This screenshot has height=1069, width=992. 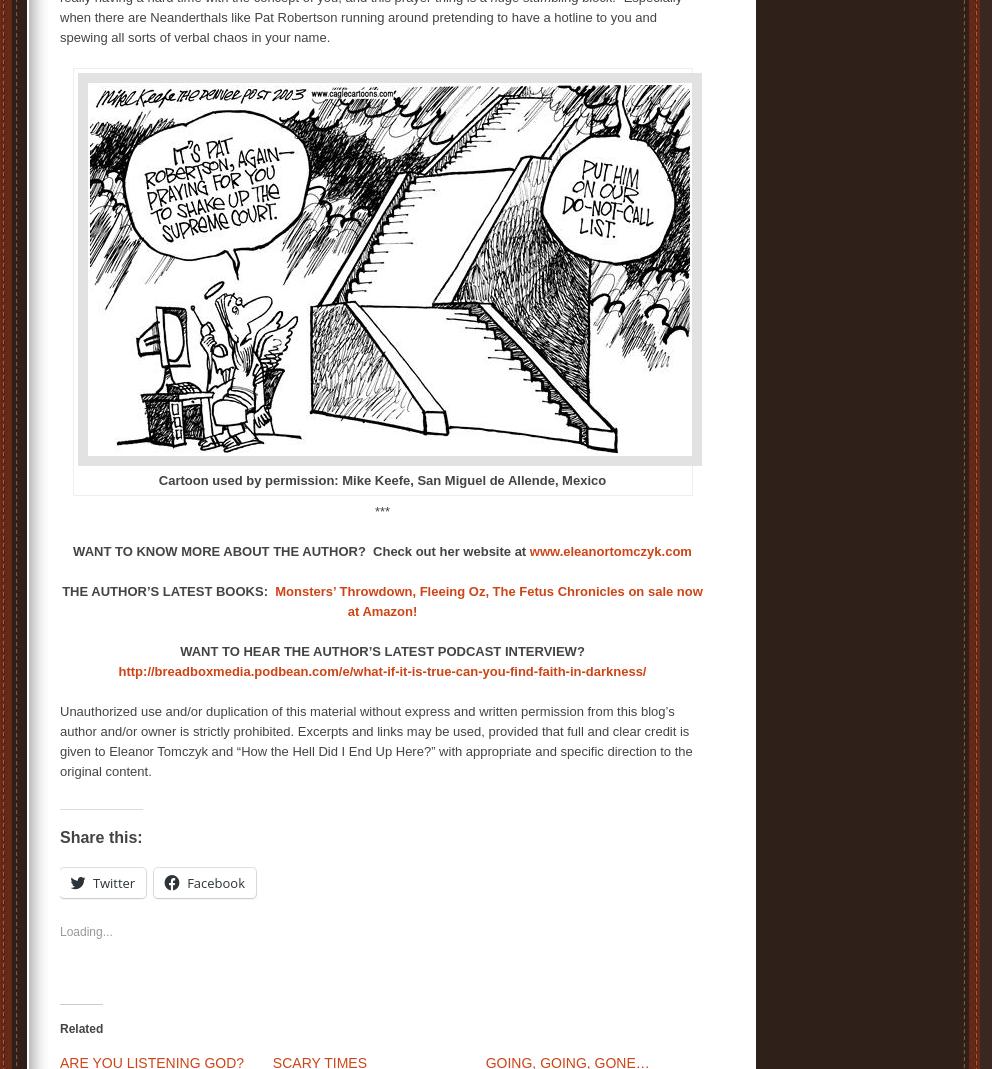 I want to click on 'Unauthorized use and/or duplication of this material without express and written permission from this blog’s author and/or owner is strictly prohibited. Excerpts and links may be used, provided that full and clear credit is given to Eleanor Tomczyk and “How the Hell Did I End Up Here?” with appropriate and specific direction to the original content.', so click(x=60, y=740).